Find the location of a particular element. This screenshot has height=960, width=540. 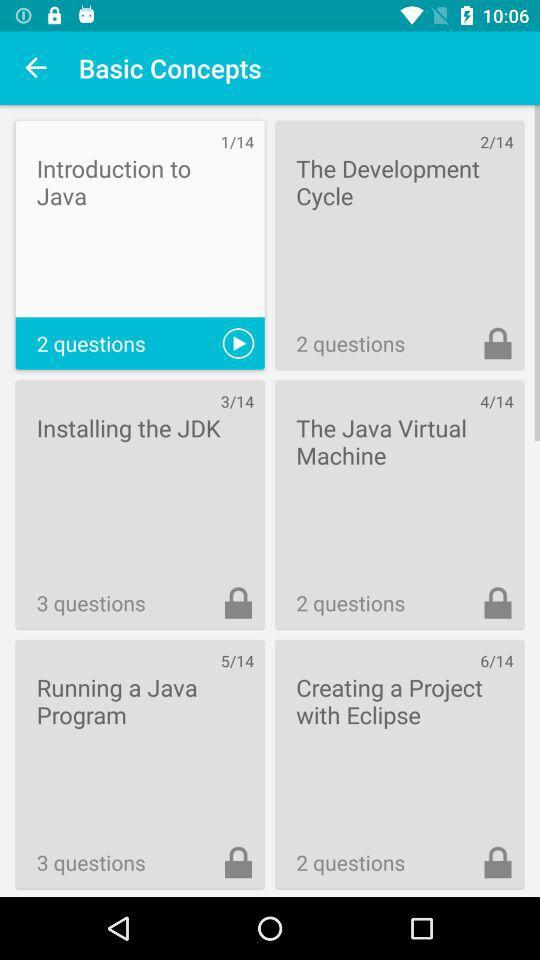

item to the left of basic concepts is located at coordinates (36, 68).